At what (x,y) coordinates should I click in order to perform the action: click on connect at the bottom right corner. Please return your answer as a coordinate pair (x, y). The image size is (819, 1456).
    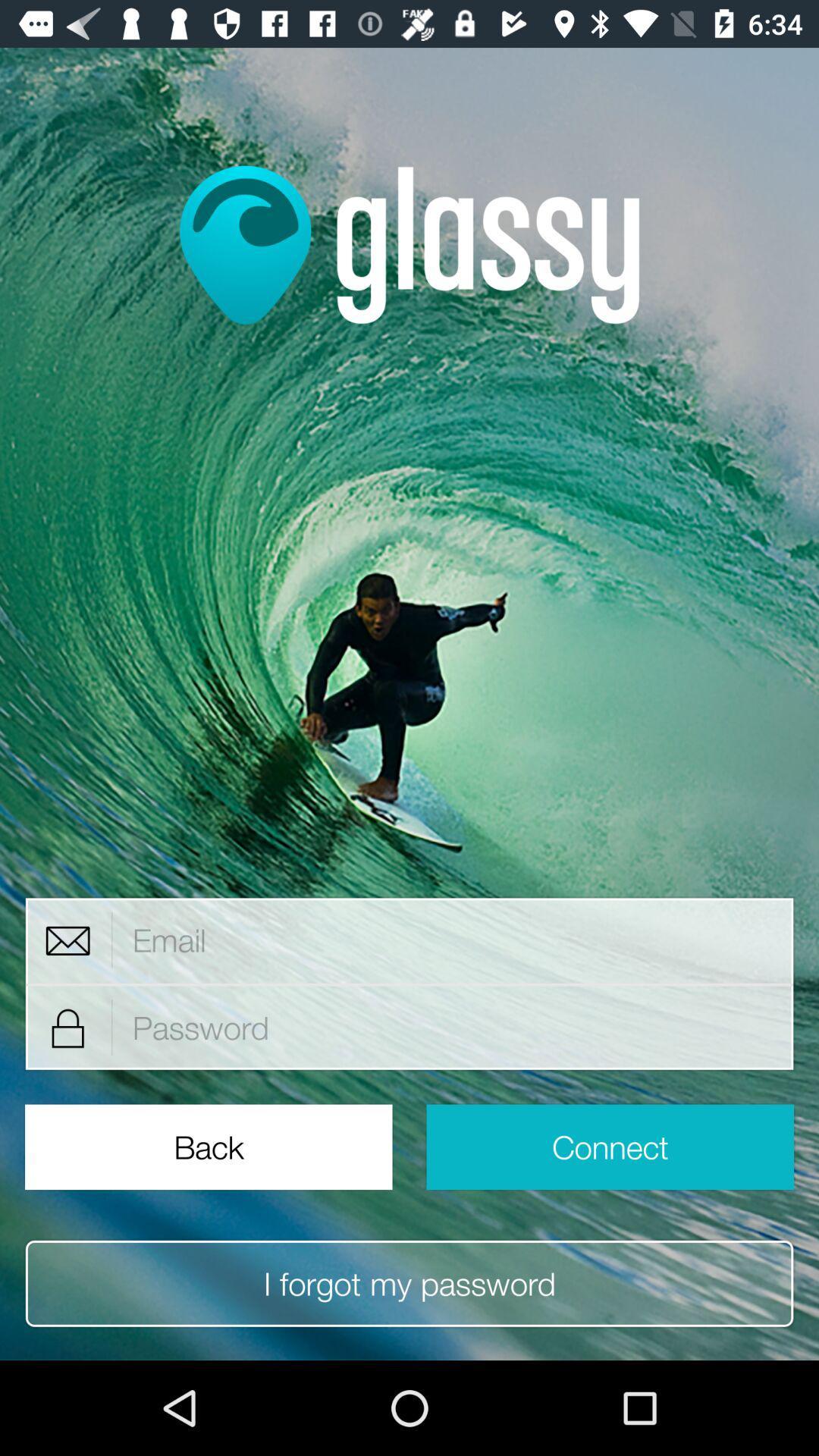
    Looking at the image, I should click on (609, 1147).